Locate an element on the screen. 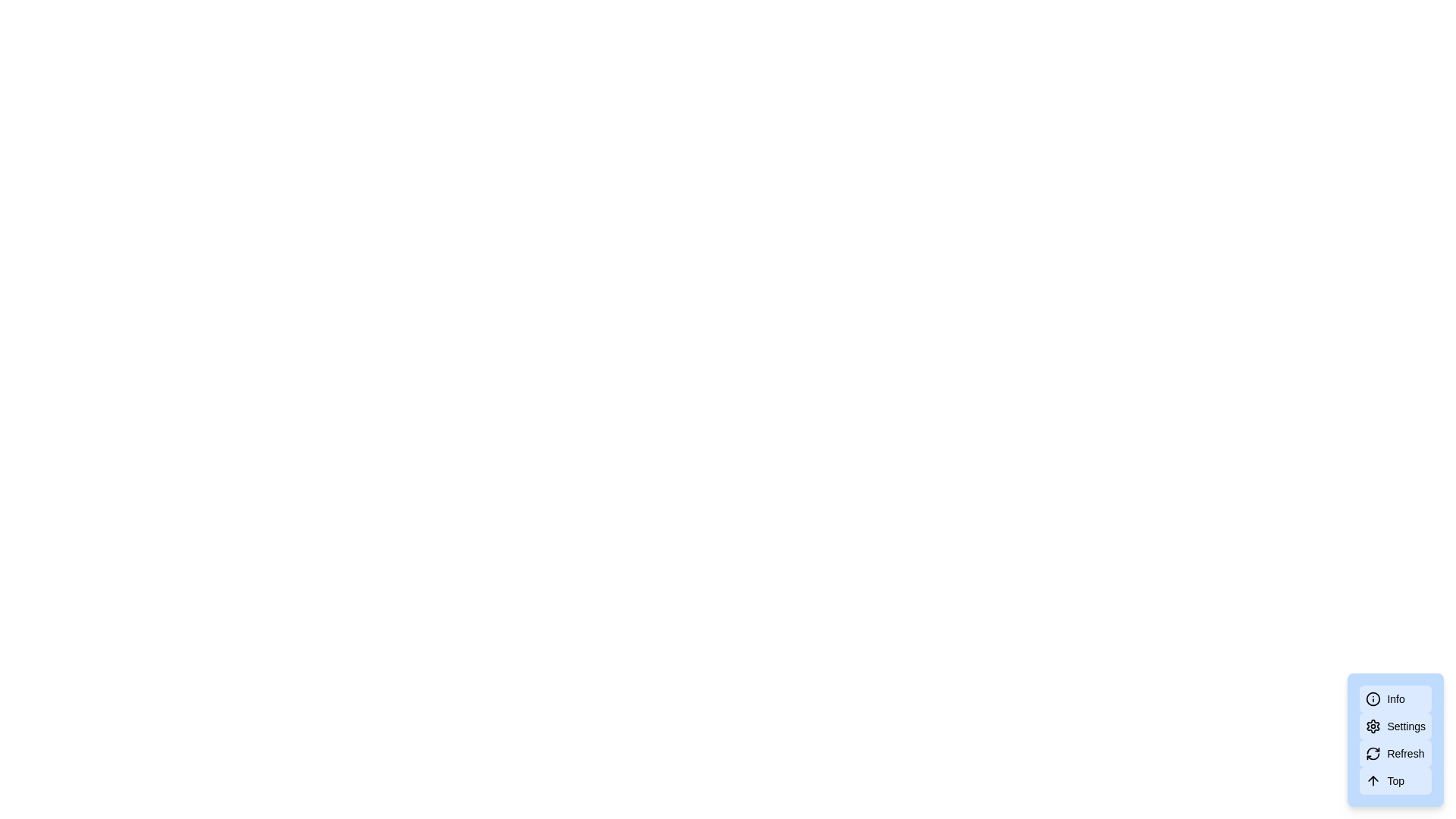 Image resolution: width=1456 pixels, height=819 pixels. the 'Info' button with a light blue background and an information icon on the left is located at coordinates (1395, 698).